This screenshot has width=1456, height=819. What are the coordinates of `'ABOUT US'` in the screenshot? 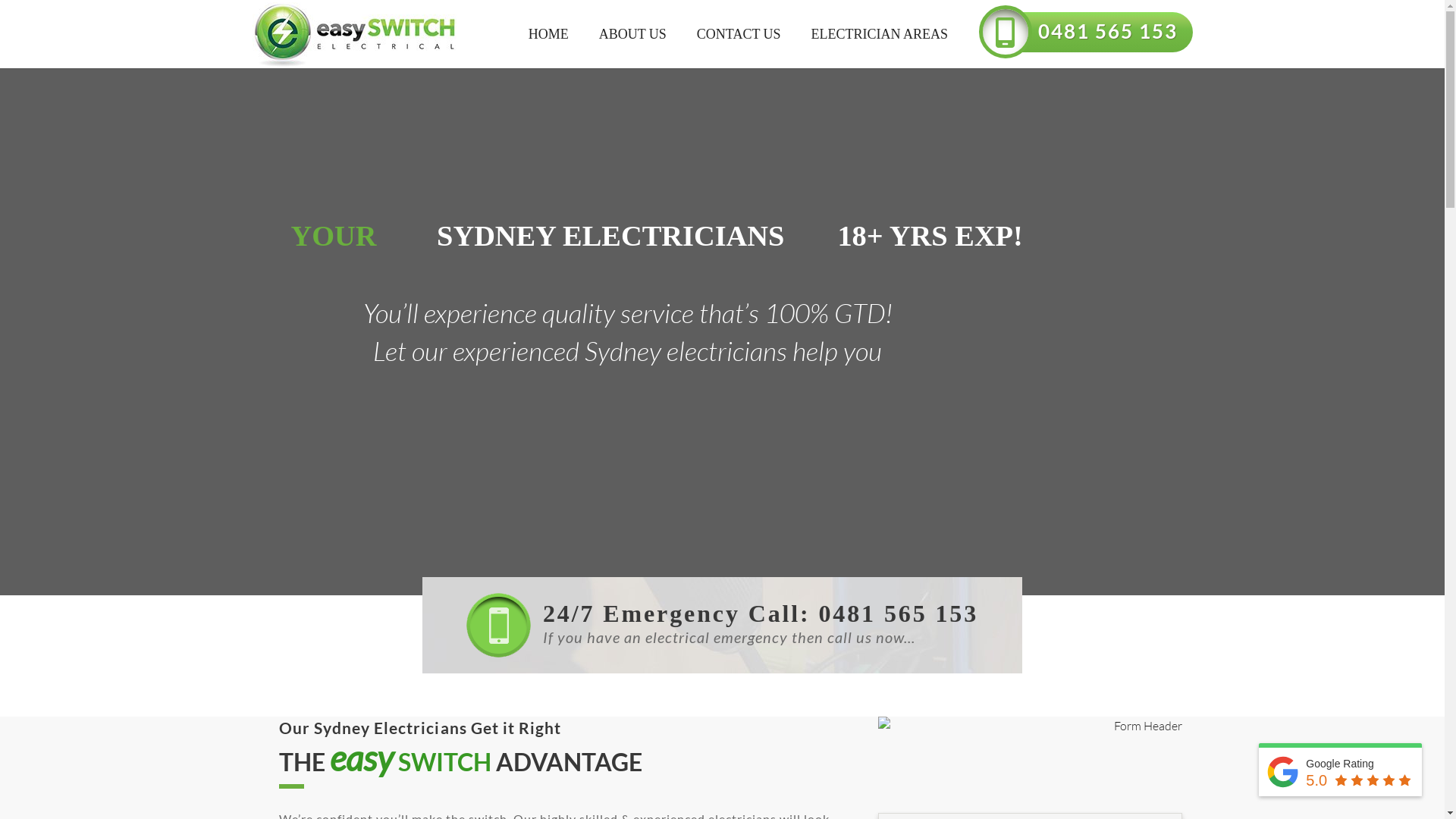 It's located at (582, 34).